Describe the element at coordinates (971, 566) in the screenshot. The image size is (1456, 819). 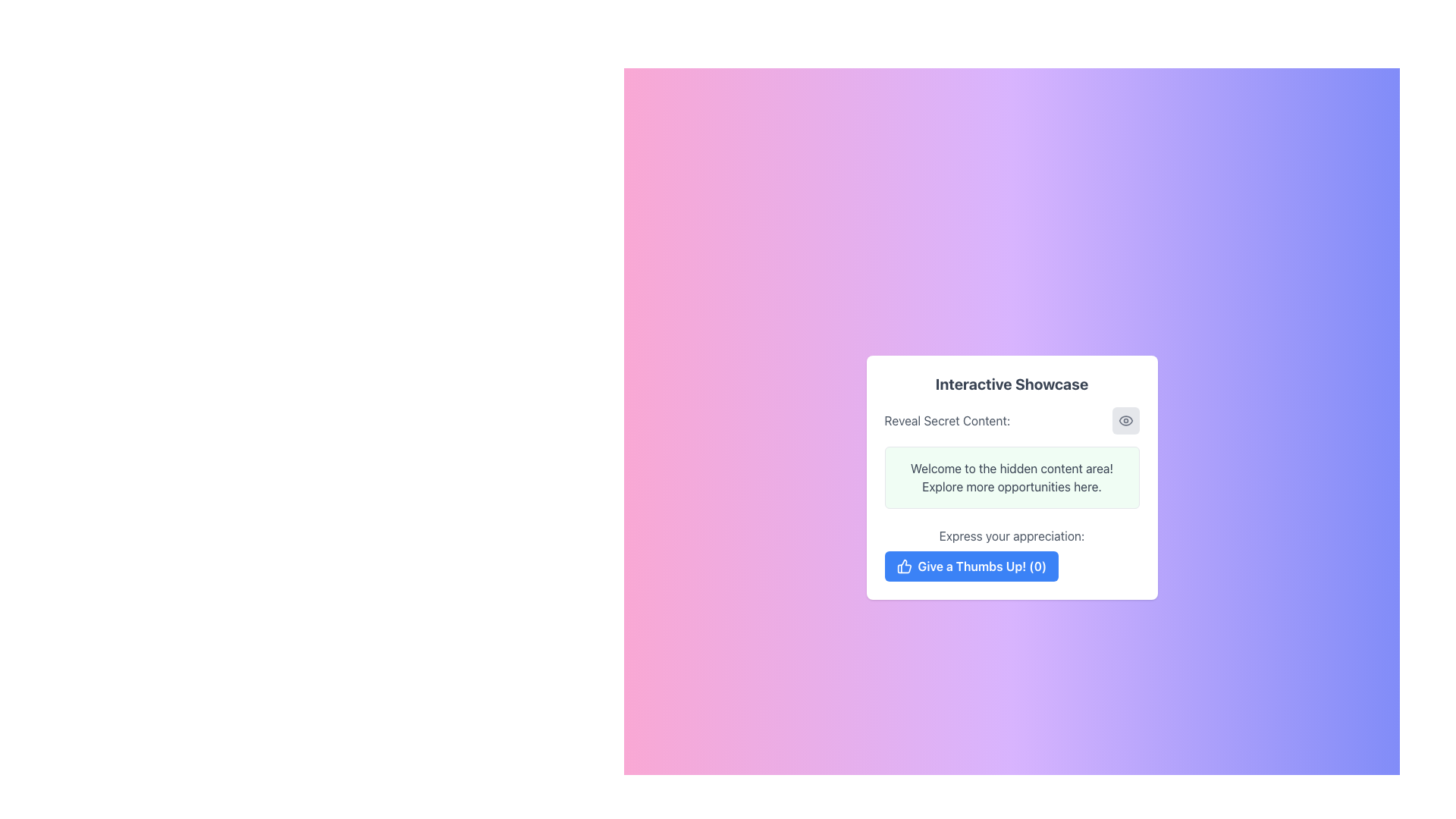
I see `the rectangular button labeled 'Give a Thumbs Up! (0)' with a blue background to trigger the color change effect` at that location.